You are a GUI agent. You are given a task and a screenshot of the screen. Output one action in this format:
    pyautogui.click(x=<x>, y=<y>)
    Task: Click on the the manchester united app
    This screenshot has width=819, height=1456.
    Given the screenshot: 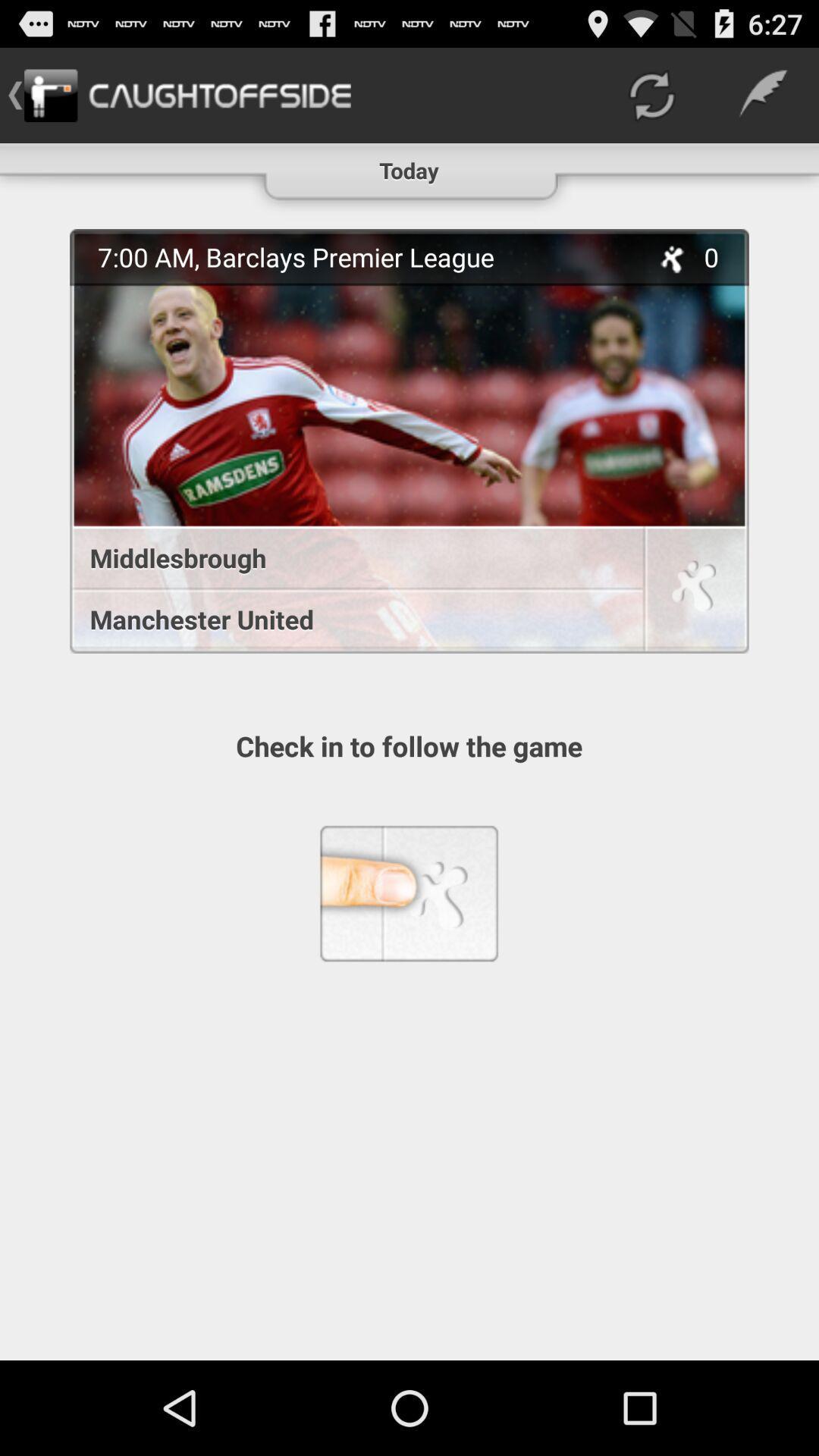 What is the action you would take?
    pyautogui.click(x=348, y=619)
    